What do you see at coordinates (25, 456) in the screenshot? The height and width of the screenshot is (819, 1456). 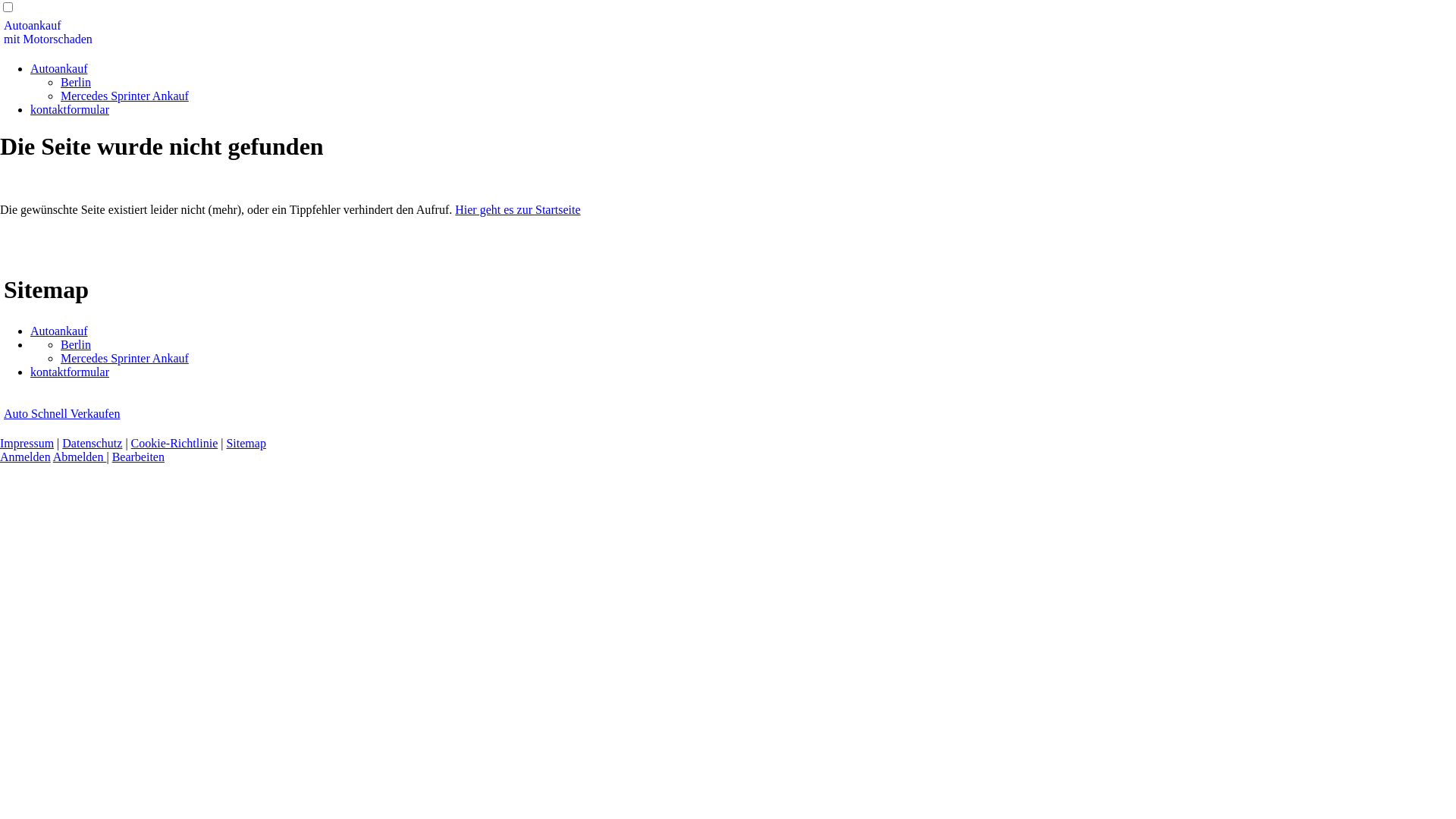 I see `'Anmelden'` at bounding box center [25, 456].